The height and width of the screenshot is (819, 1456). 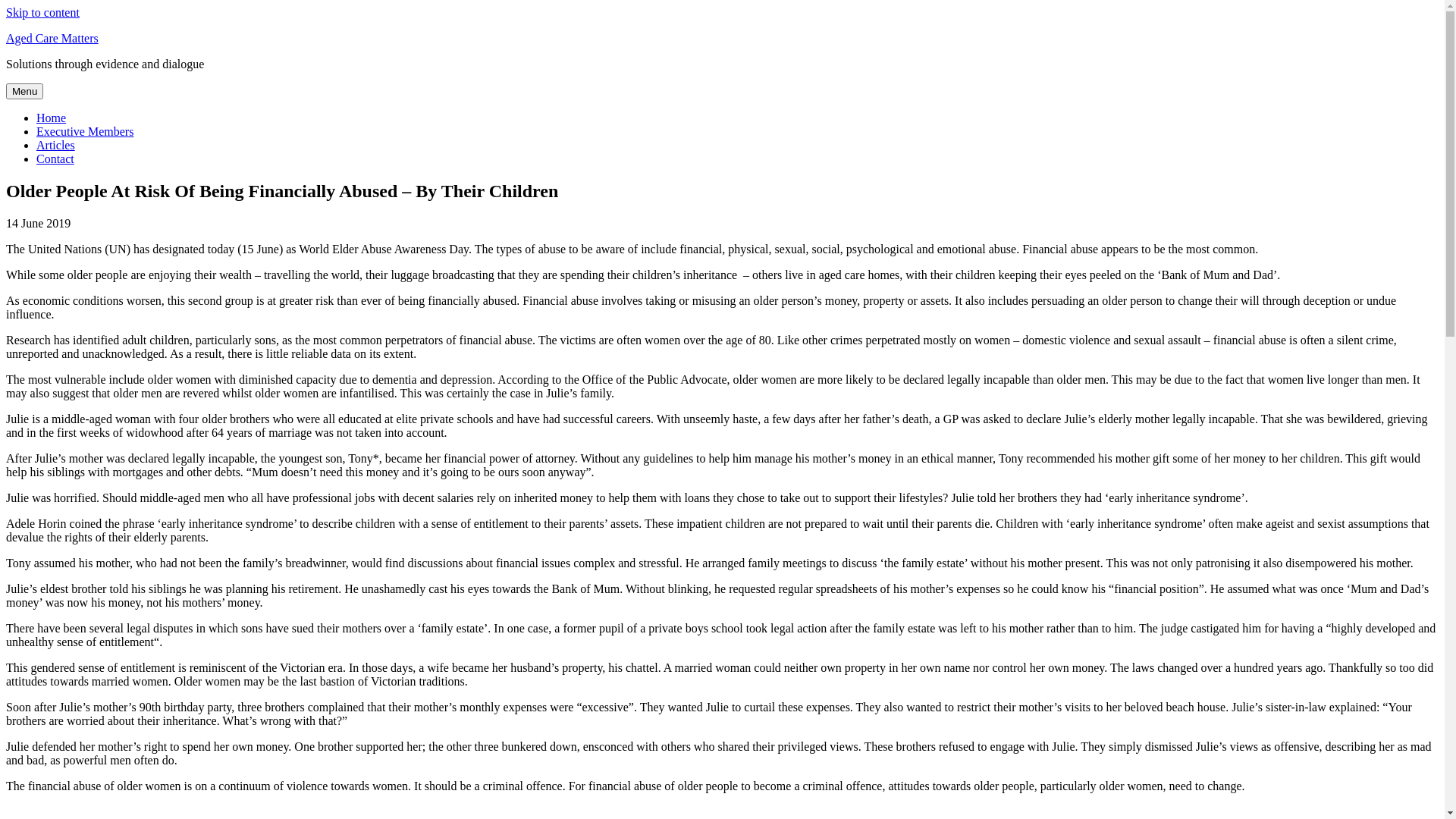 I want to click on 'Executive Members', so click(x=83, y=130).